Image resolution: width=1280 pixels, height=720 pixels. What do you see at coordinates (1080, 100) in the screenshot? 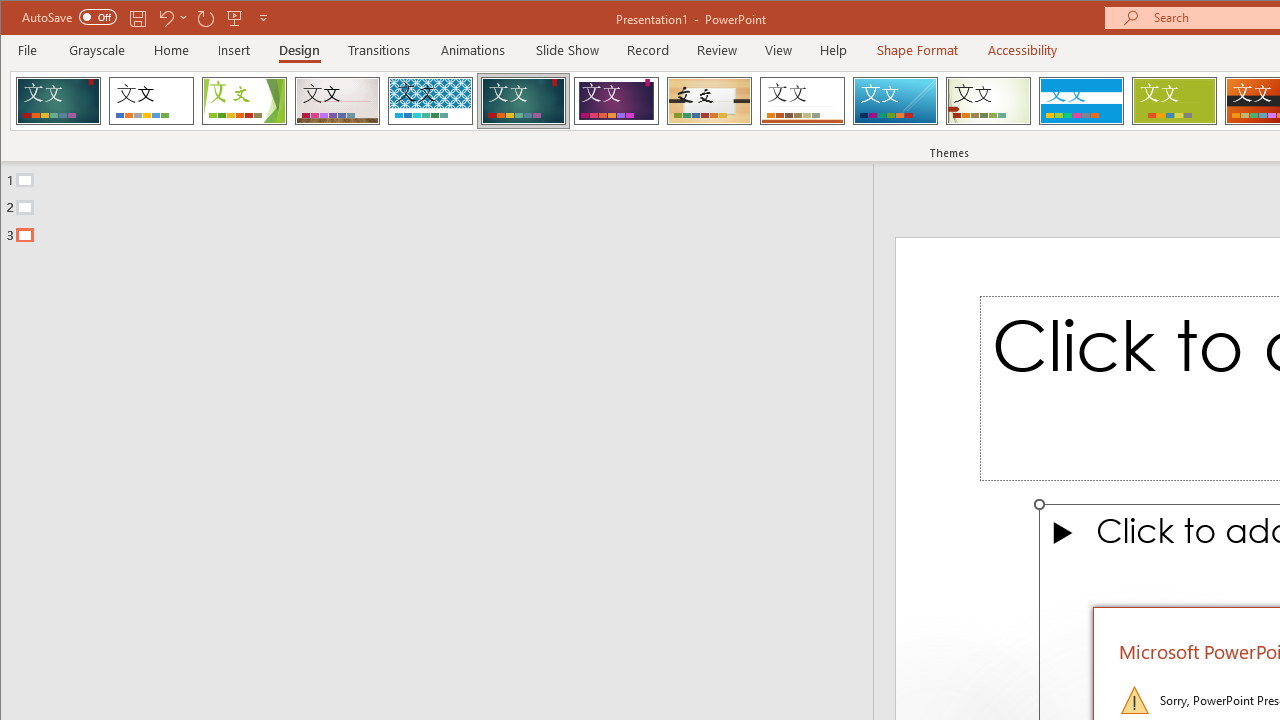
I see `'Banded'` at bounding box center [1080, 100].